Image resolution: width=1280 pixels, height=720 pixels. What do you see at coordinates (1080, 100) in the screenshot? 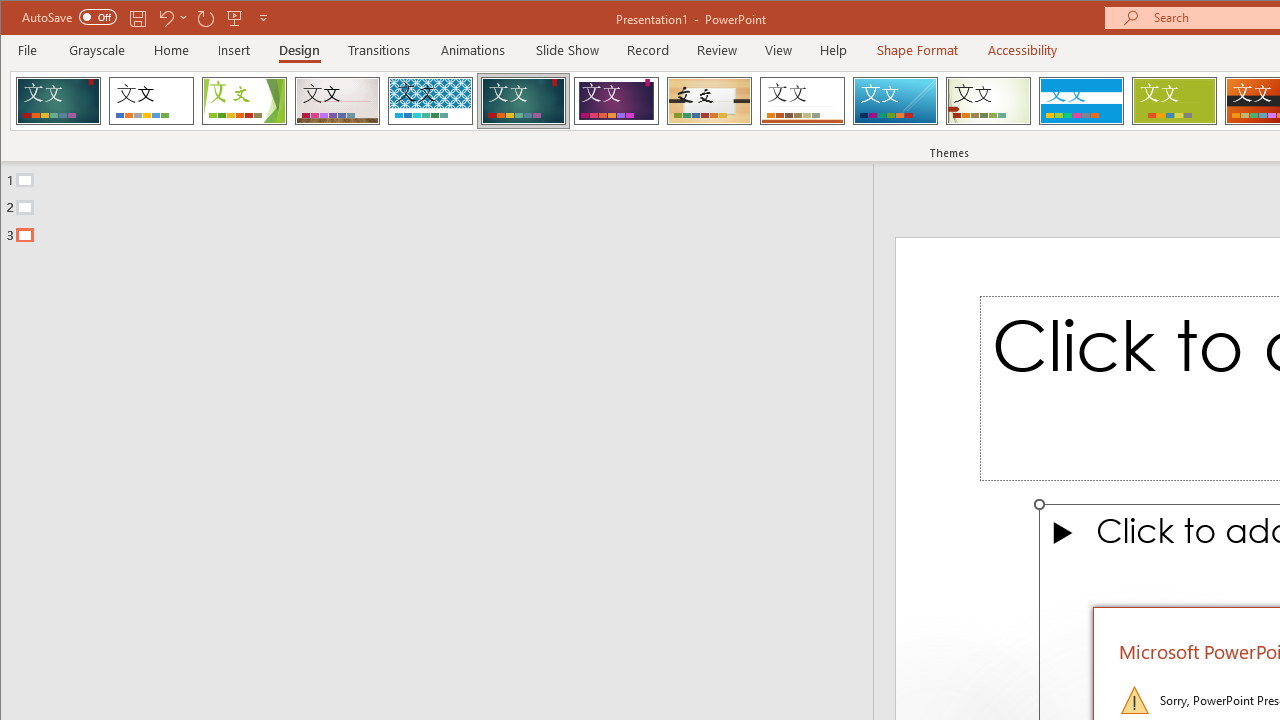
I see `'Banded'` at bounding box center [1080, 100].